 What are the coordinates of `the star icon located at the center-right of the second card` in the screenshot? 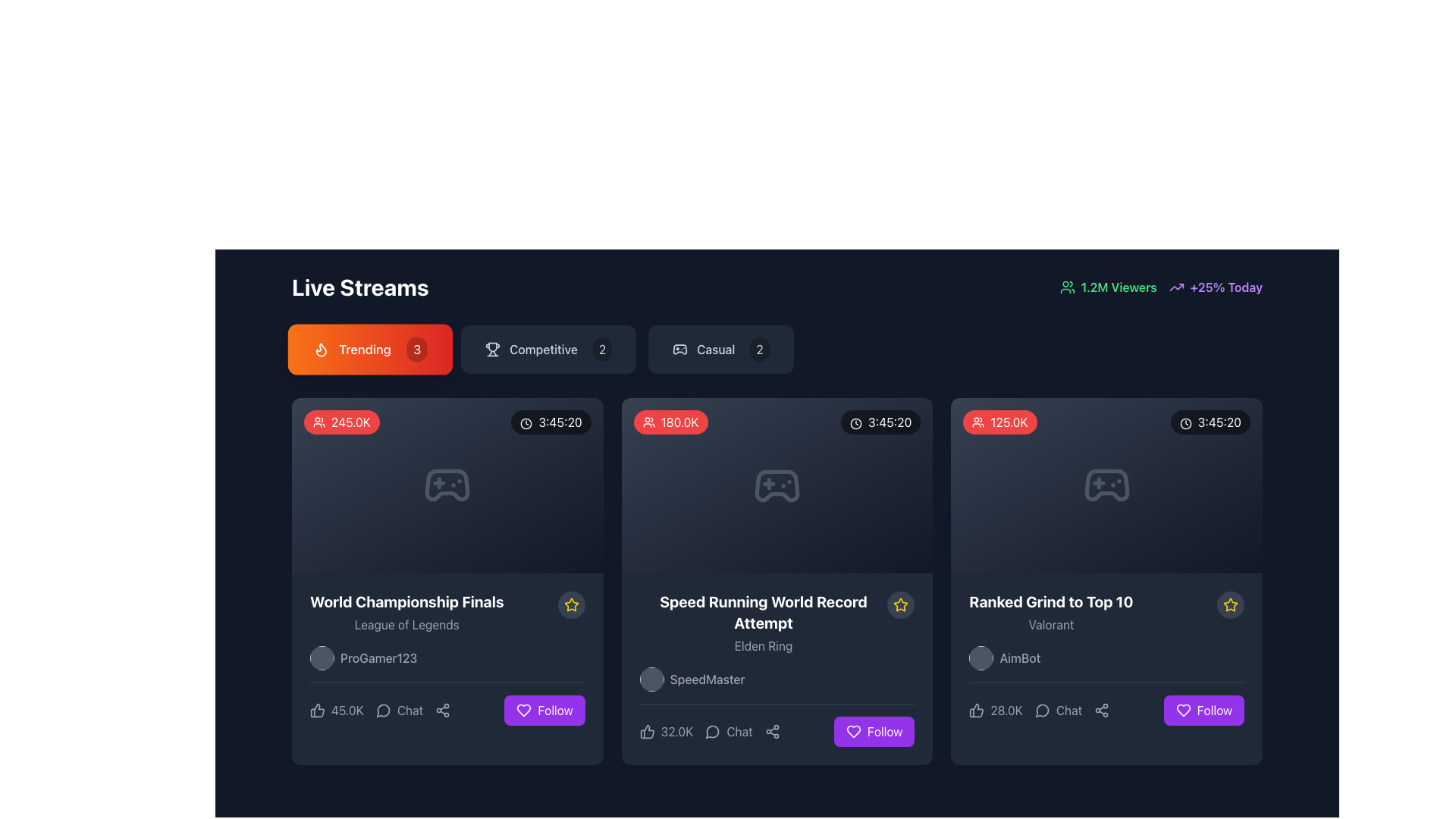 It's located at (901, 604).